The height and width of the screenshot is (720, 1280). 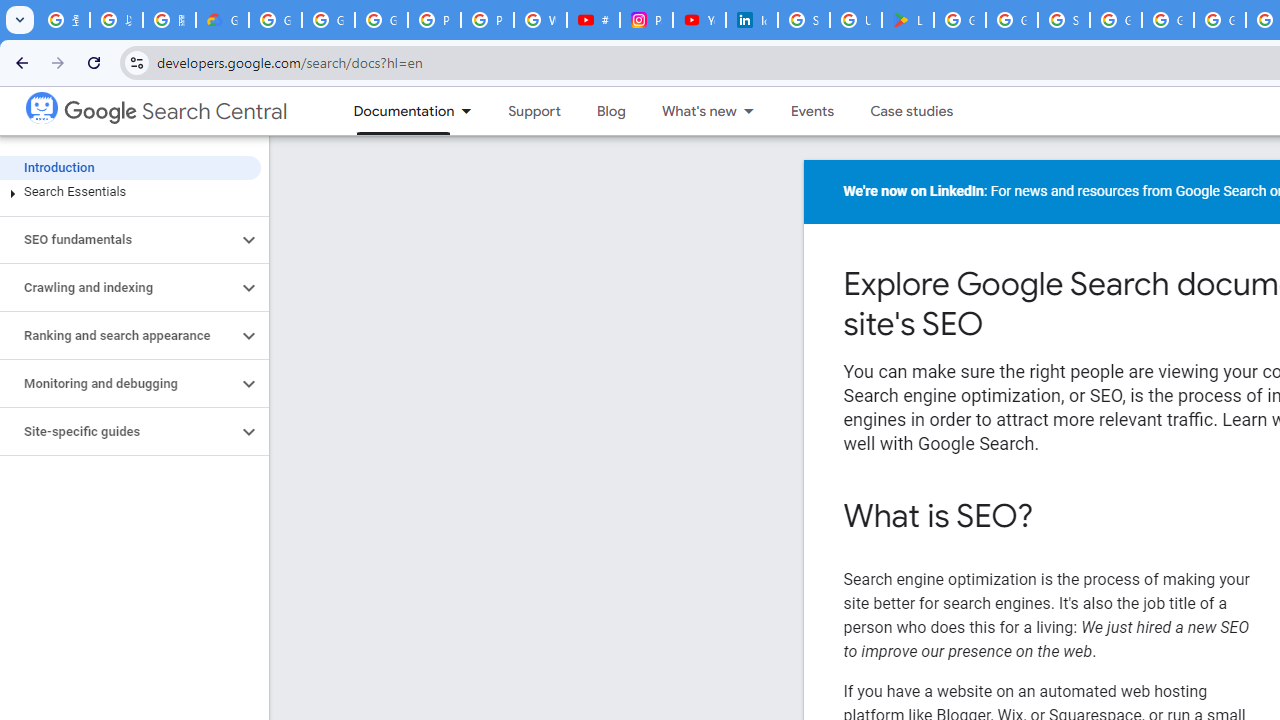 I want to click on 'Dropdown menu for Documentation', so click(x=471, y=111).